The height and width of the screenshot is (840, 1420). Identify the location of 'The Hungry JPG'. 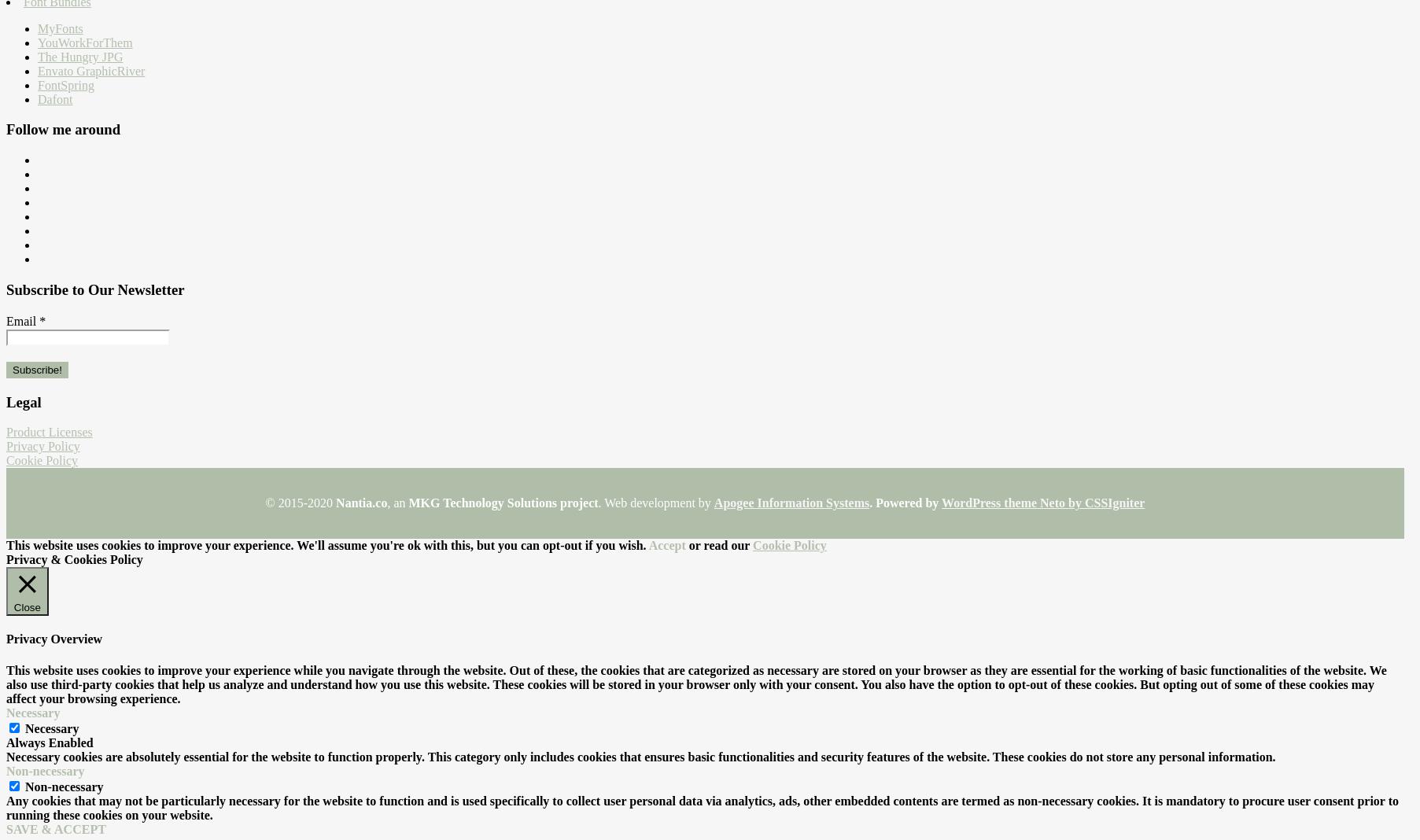
(79, 55).